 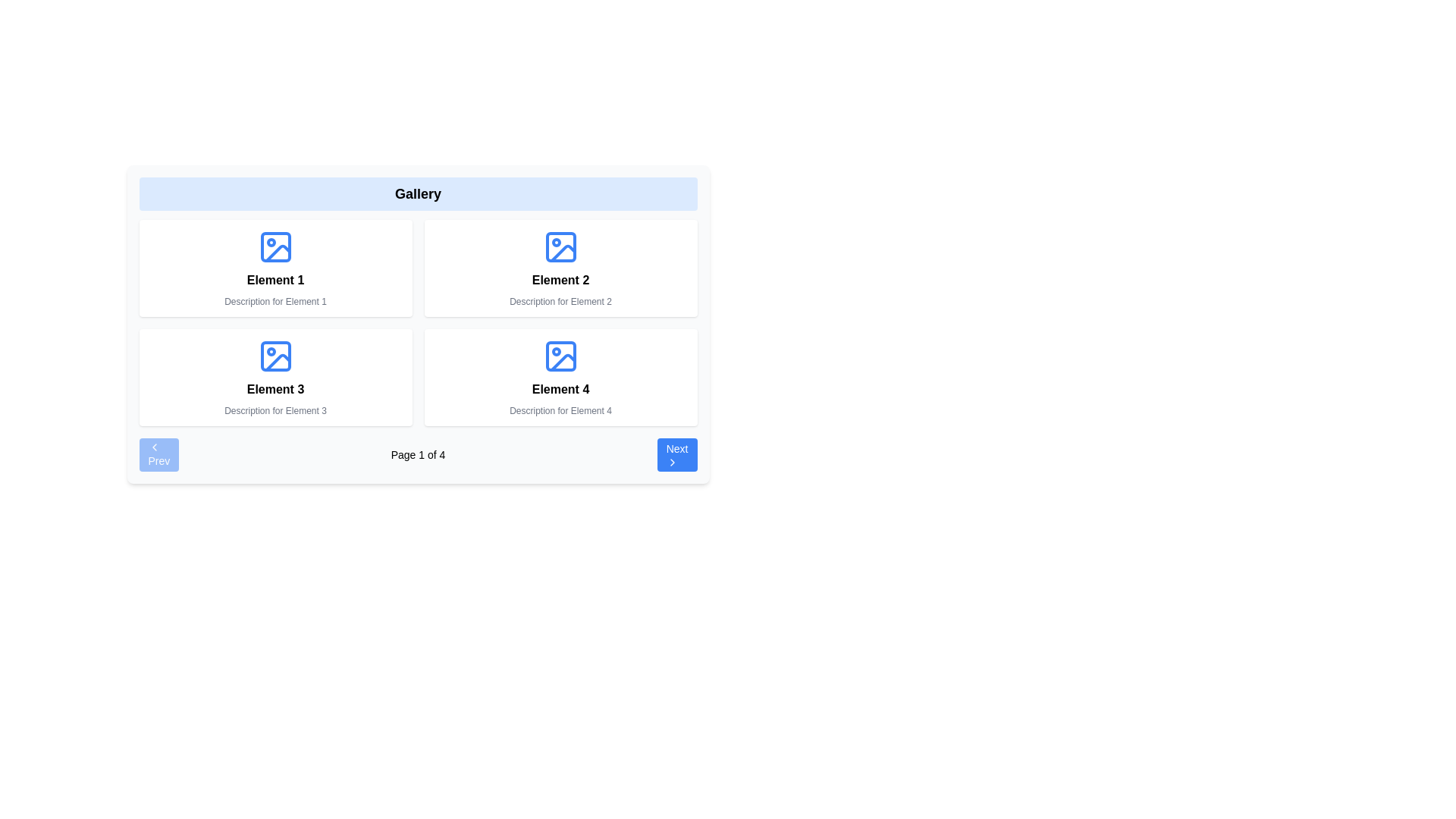 What do you see at coordinates (275, 376) in the screenshot?
I see `the white rectangular card with a blue picture frame icon and text 'Element 3' located in the bottom-left corner of the grid` at bounding box center [275, 376].